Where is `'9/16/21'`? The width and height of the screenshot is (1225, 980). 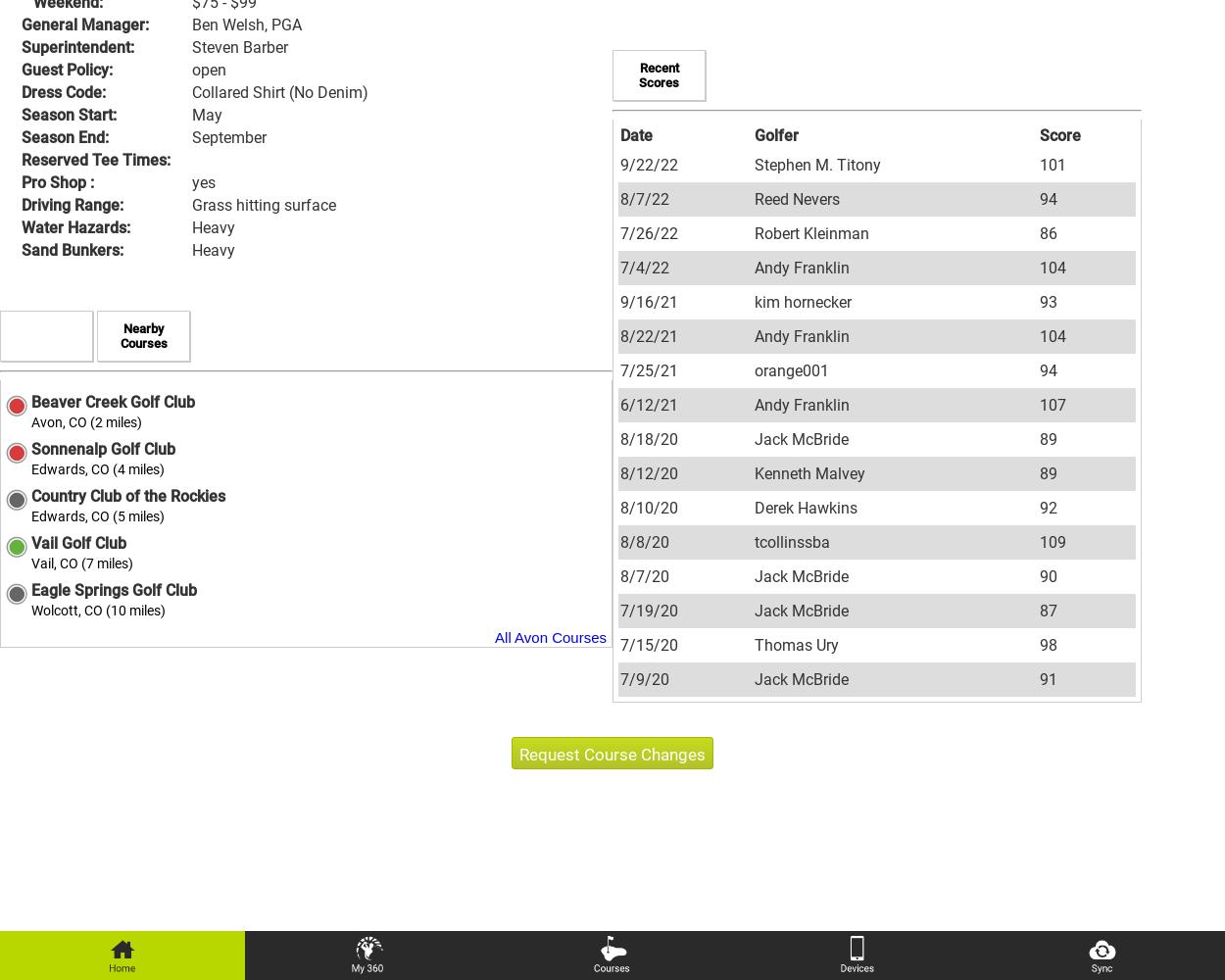
'9/16/21' is located at coordinates (620, 301).